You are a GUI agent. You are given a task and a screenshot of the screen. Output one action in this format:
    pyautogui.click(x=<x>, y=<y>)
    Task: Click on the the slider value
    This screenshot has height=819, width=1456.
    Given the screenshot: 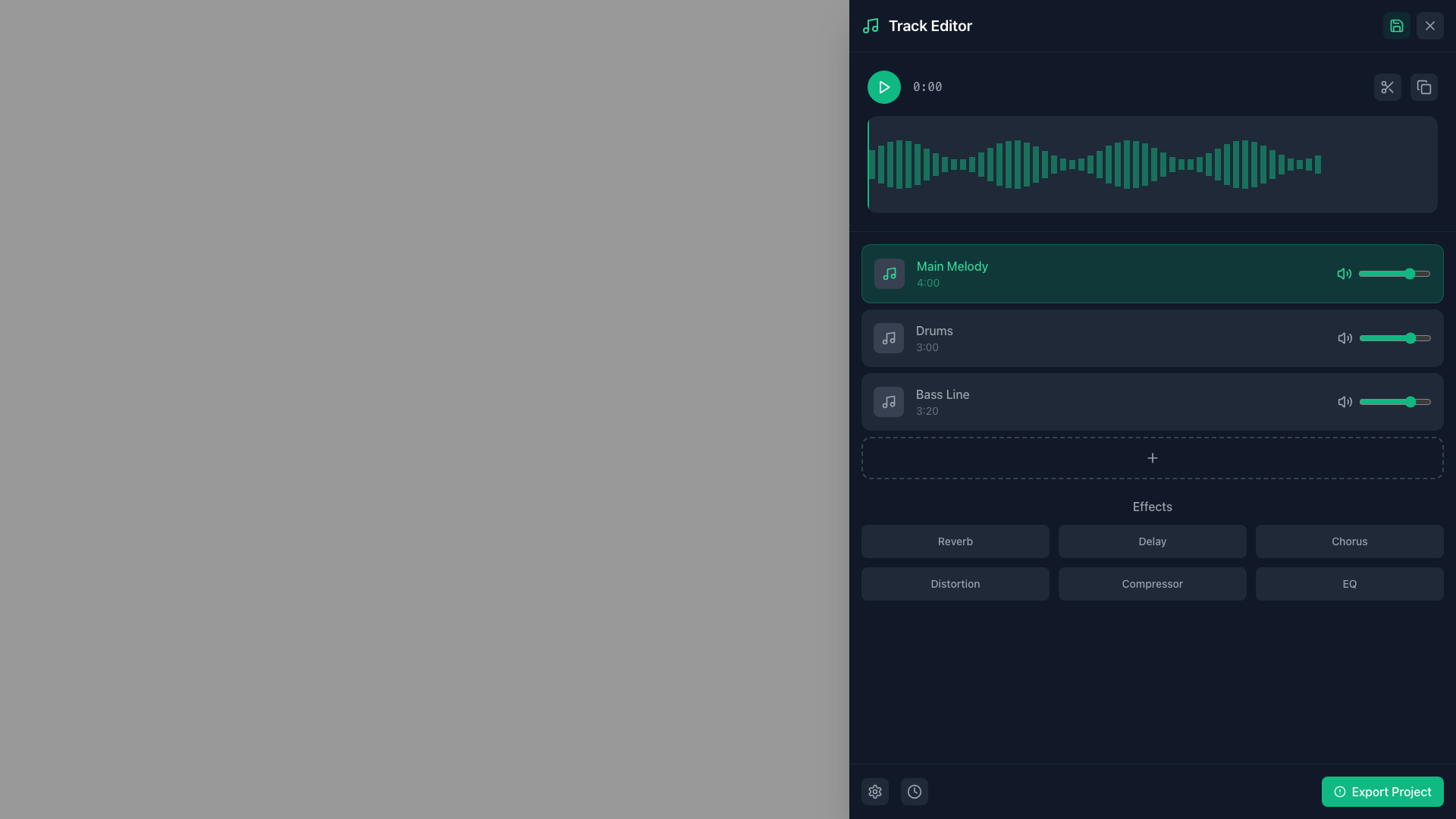 What is the action you would take?
    pyautogui.click(x=1391, y=400)
    